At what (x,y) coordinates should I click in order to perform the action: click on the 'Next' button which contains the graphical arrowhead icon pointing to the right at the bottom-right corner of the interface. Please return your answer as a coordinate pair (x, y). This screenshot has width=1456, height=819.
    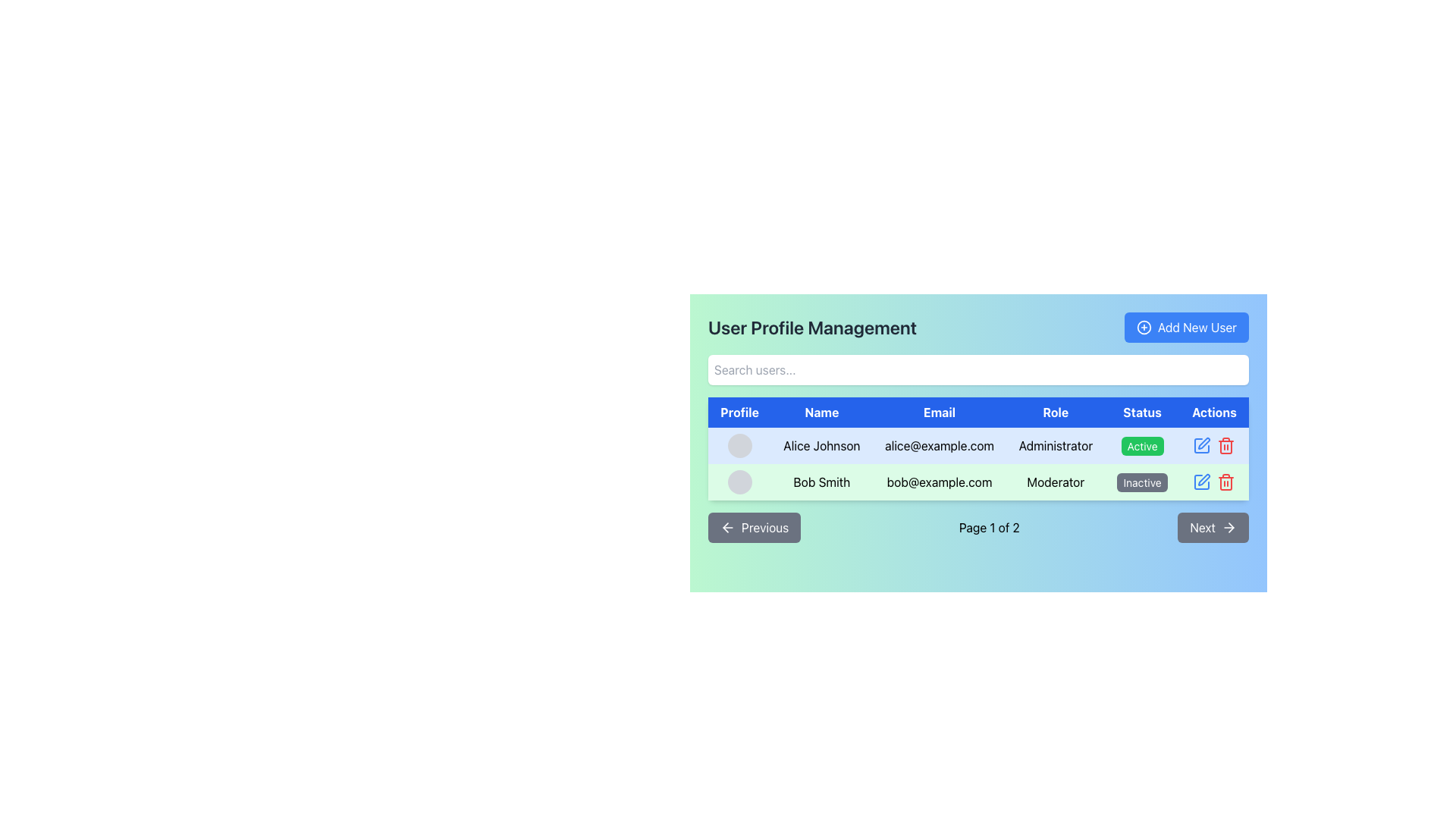
    Looking at the image, I should click on (1231, 526).